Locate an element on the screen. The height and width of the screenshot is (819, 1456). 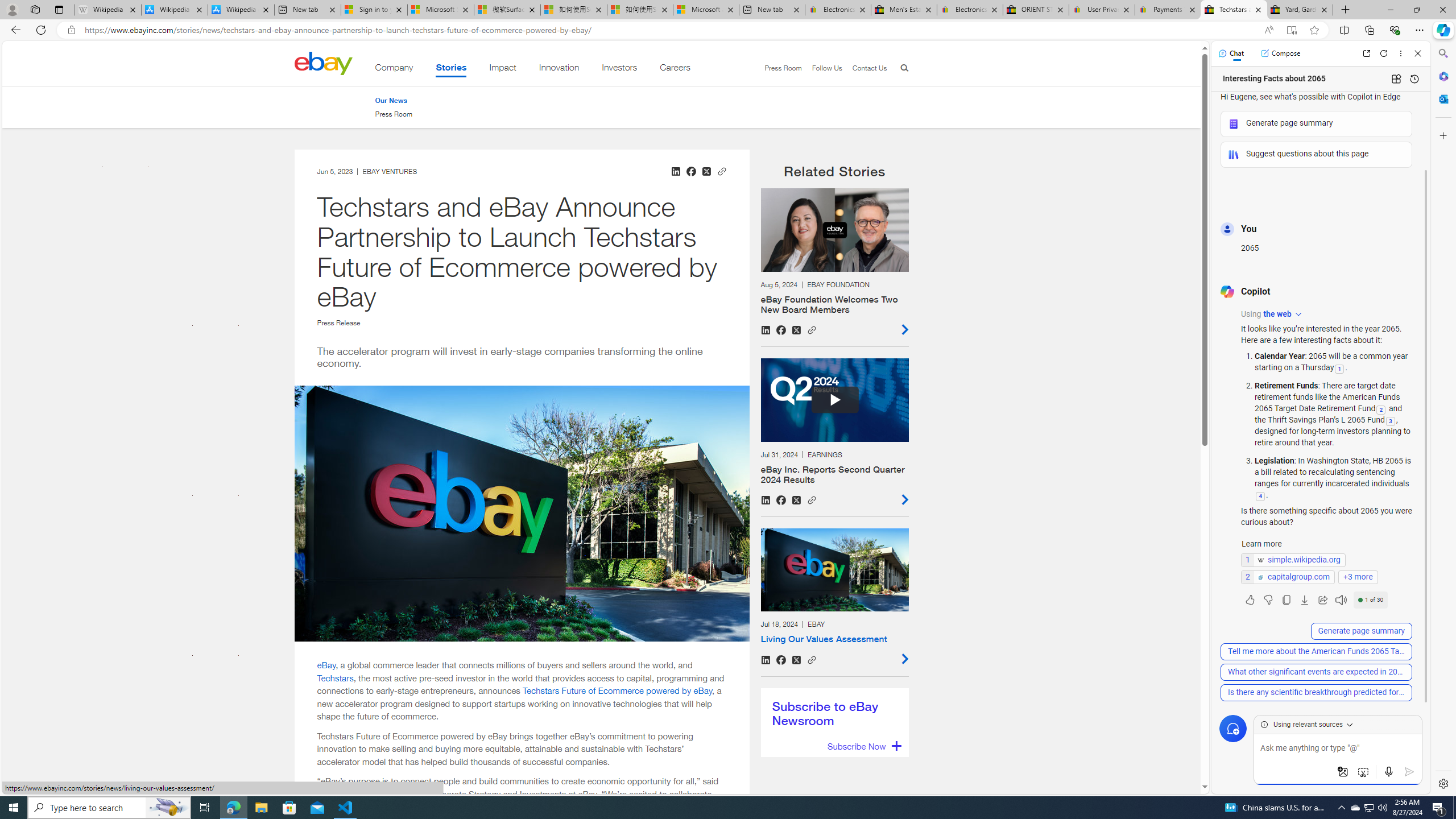
'Impact' is located at coordinates (503, 69).